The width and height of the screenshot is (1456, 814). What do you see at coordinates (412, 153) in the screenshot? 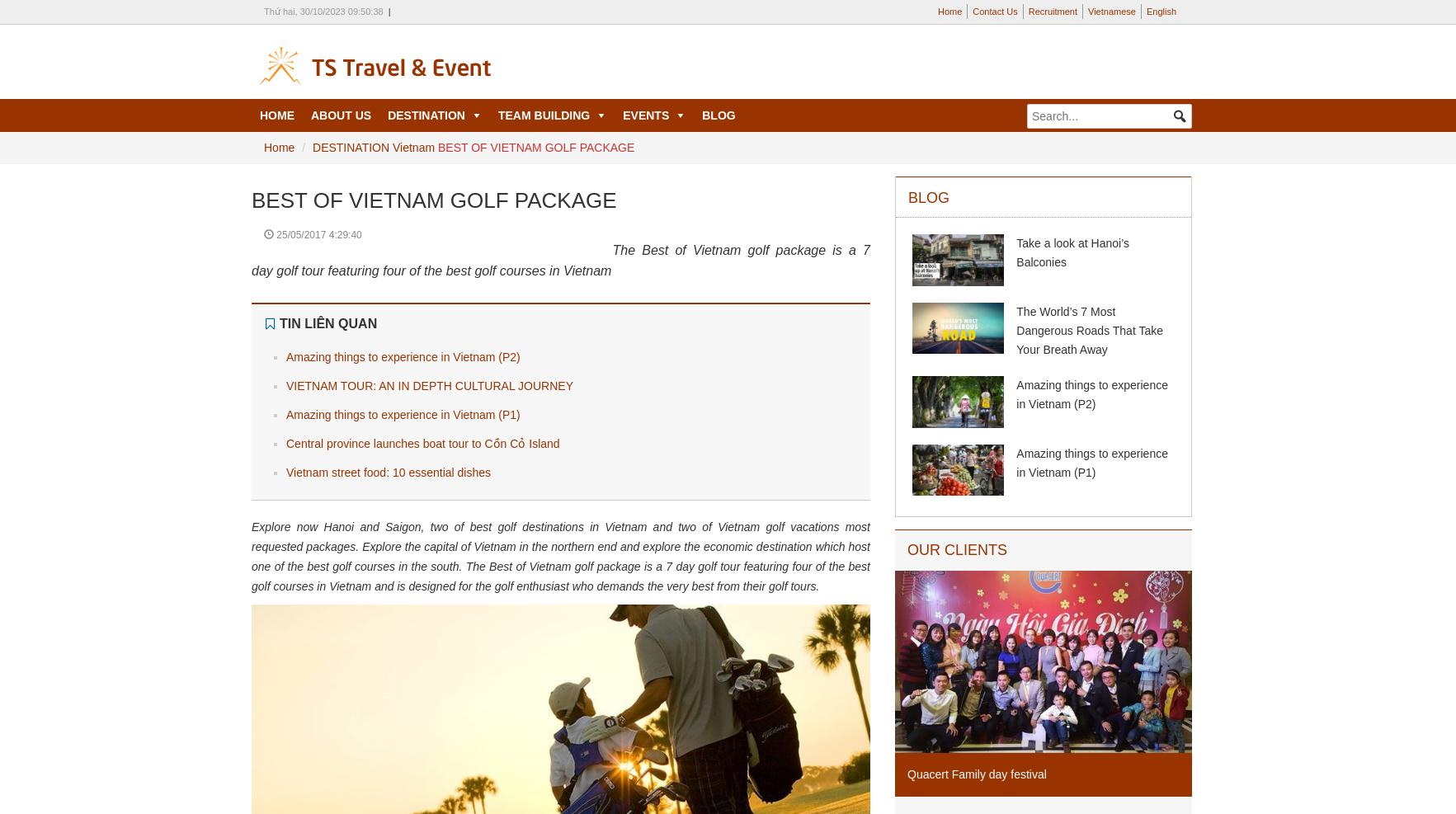
I see `'VIETNAM'` at bounding box center [412, 153].